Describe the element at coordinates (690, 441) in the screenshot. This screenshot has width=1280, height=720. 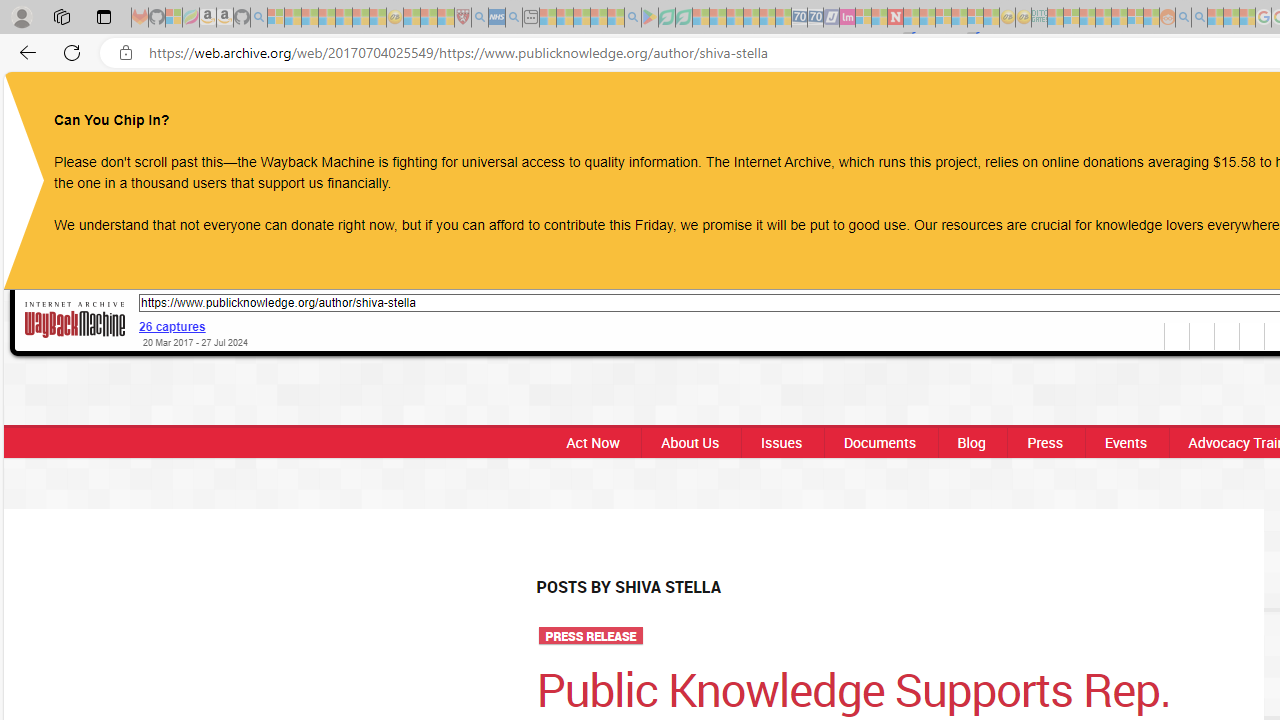
I see `'About Us'` at that location.